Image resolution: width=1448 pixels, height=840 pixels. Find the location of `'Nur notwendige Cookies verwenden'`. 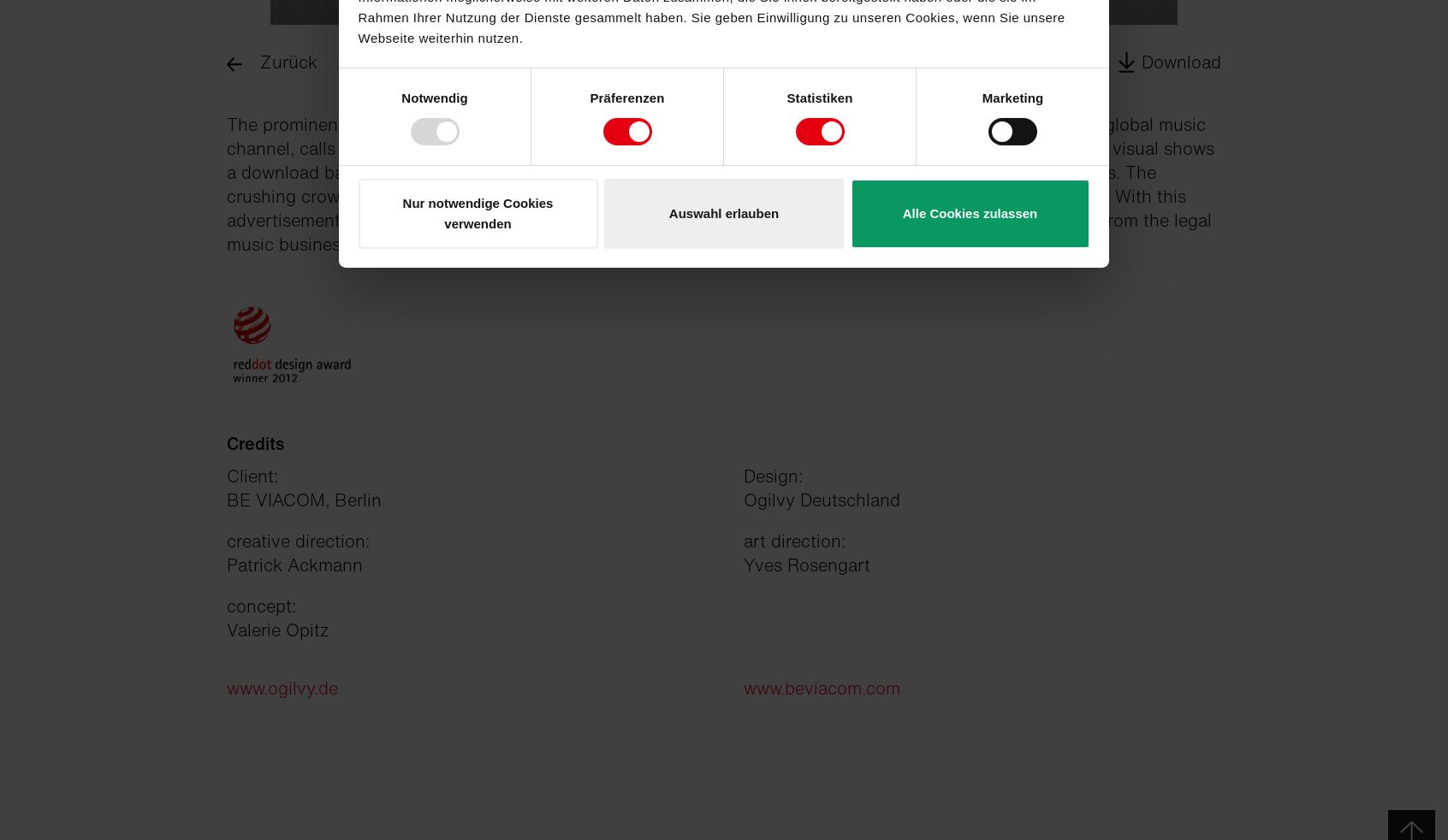

'Nur notwendige Cookies verwenden' is located at coordinates (478, 212).